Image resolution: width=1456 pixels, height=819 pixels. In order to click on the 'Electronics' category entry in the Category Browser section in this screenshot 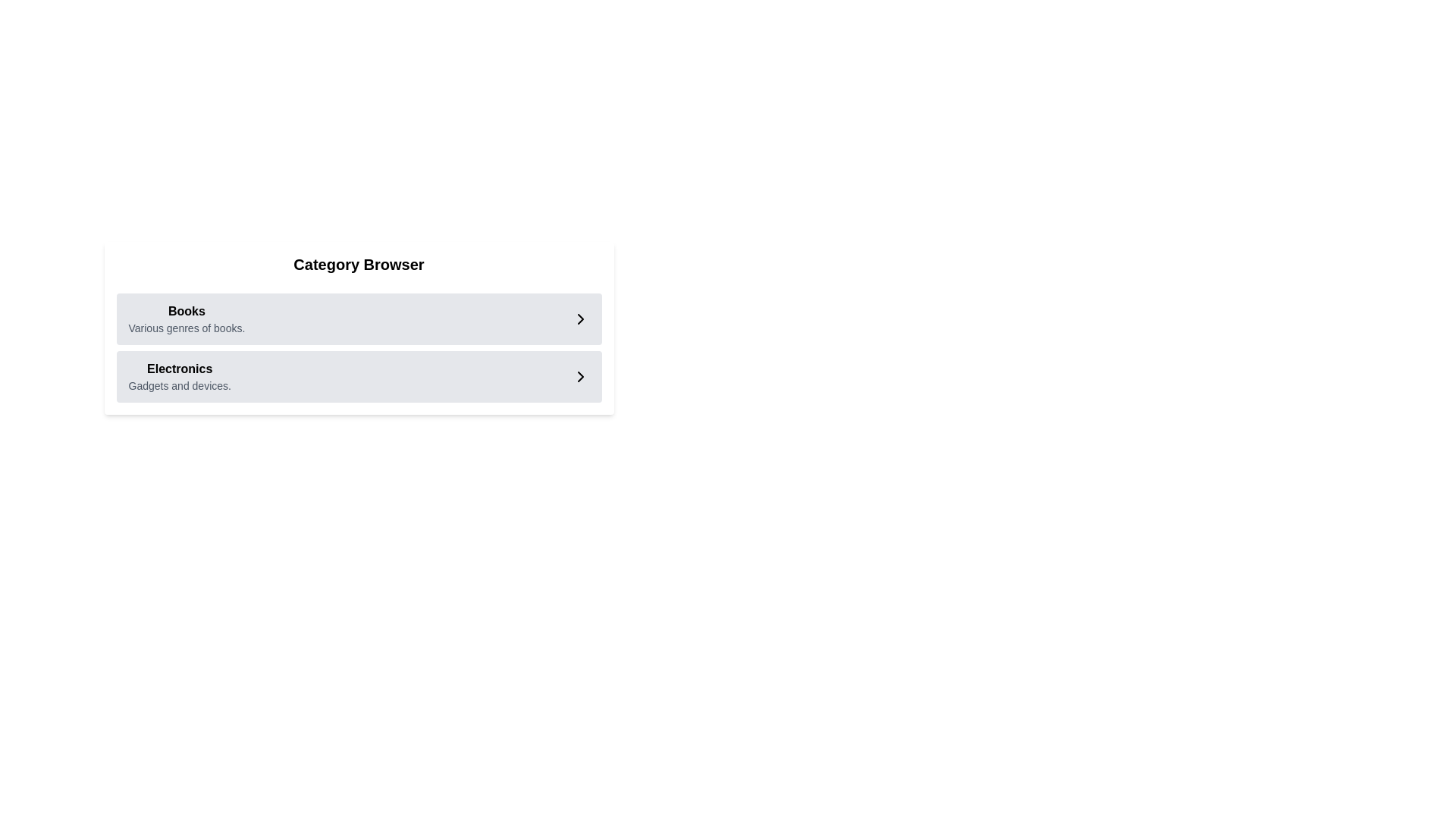, I will do `click(179, 376)`.